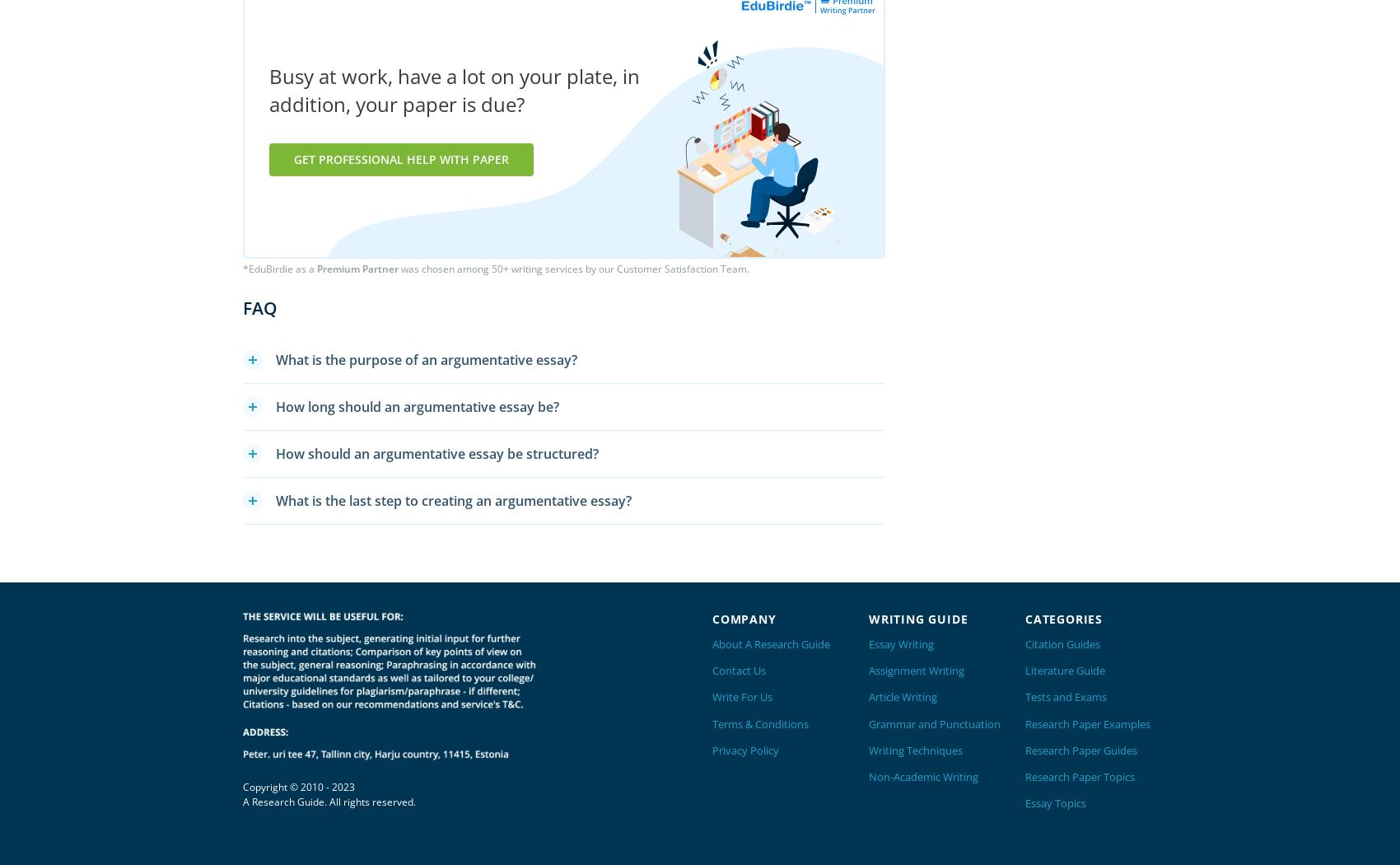  I want to click on 'Terms & Conditions', so click(712, 722).